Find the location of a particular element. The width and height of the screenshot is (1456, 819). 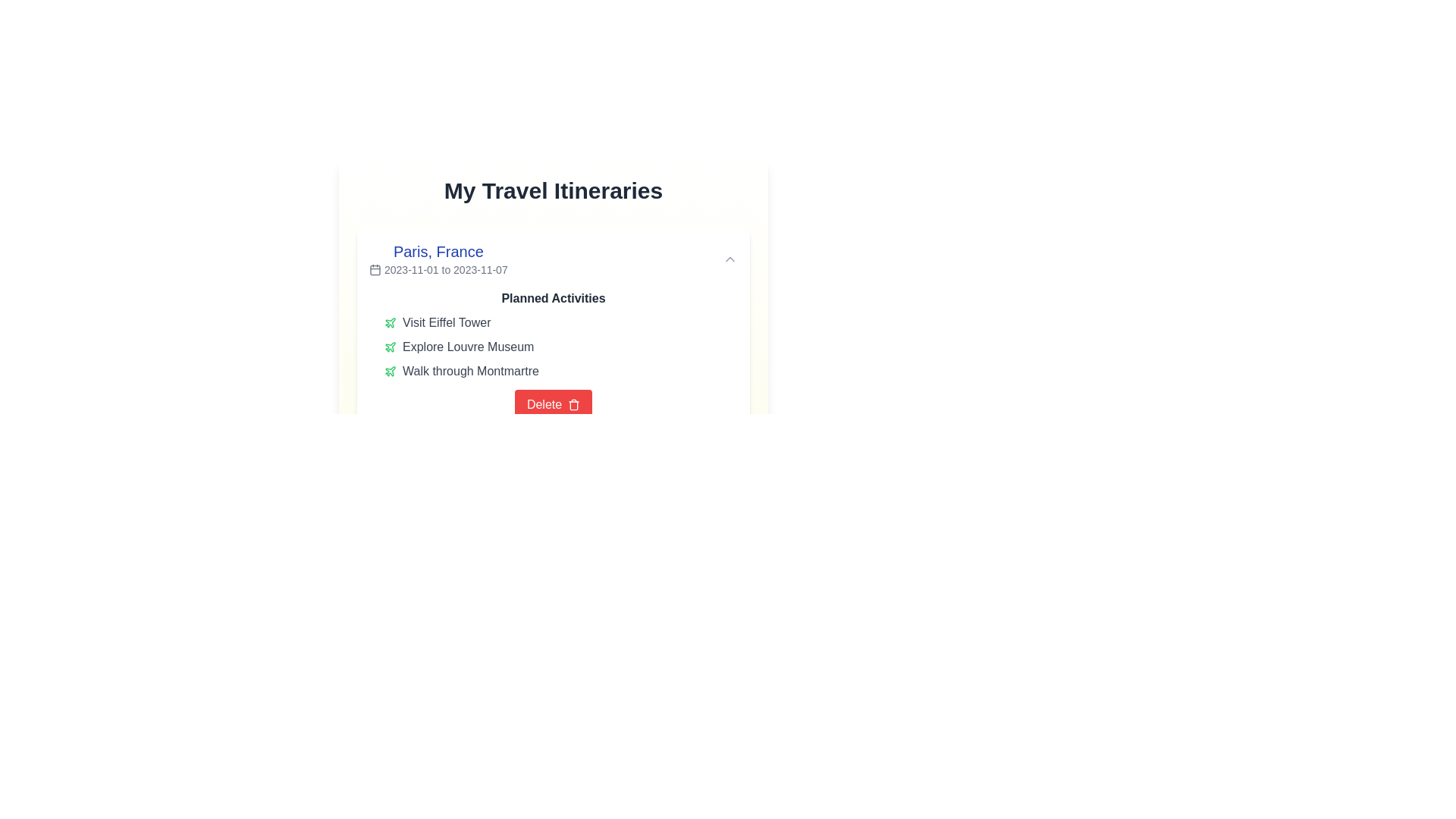

the Text component describing the travel itinerary for 'Paris, France' located in the 'My Travel Itineraries' section by clicking on it to interact with surrounding elements is located at coordinates (438, 259).